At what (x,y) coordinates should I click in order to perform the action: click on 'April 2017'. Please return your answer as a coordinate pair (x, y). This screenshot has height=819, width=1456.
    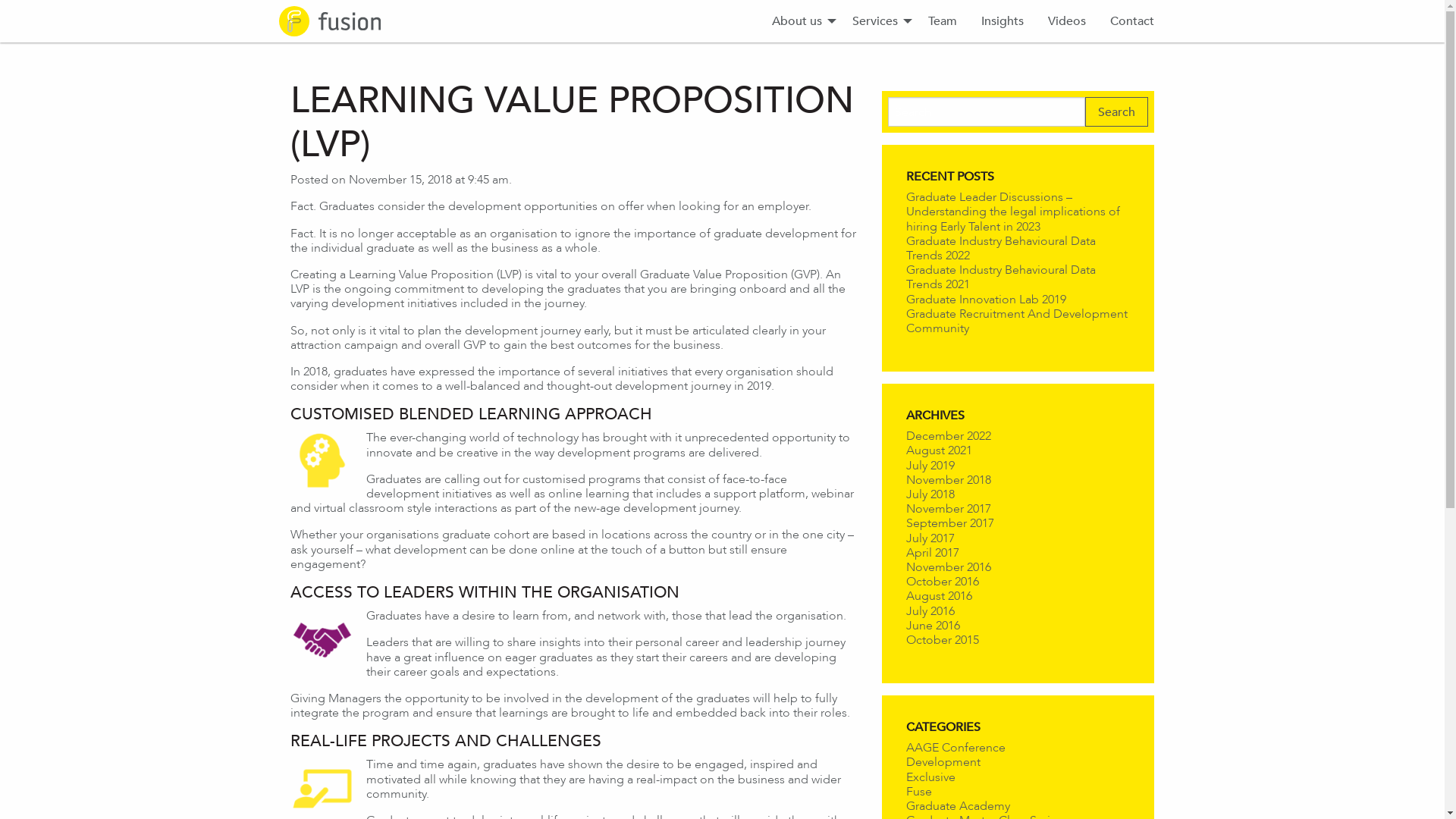
    Looking at the image, I should click on (930, 552).